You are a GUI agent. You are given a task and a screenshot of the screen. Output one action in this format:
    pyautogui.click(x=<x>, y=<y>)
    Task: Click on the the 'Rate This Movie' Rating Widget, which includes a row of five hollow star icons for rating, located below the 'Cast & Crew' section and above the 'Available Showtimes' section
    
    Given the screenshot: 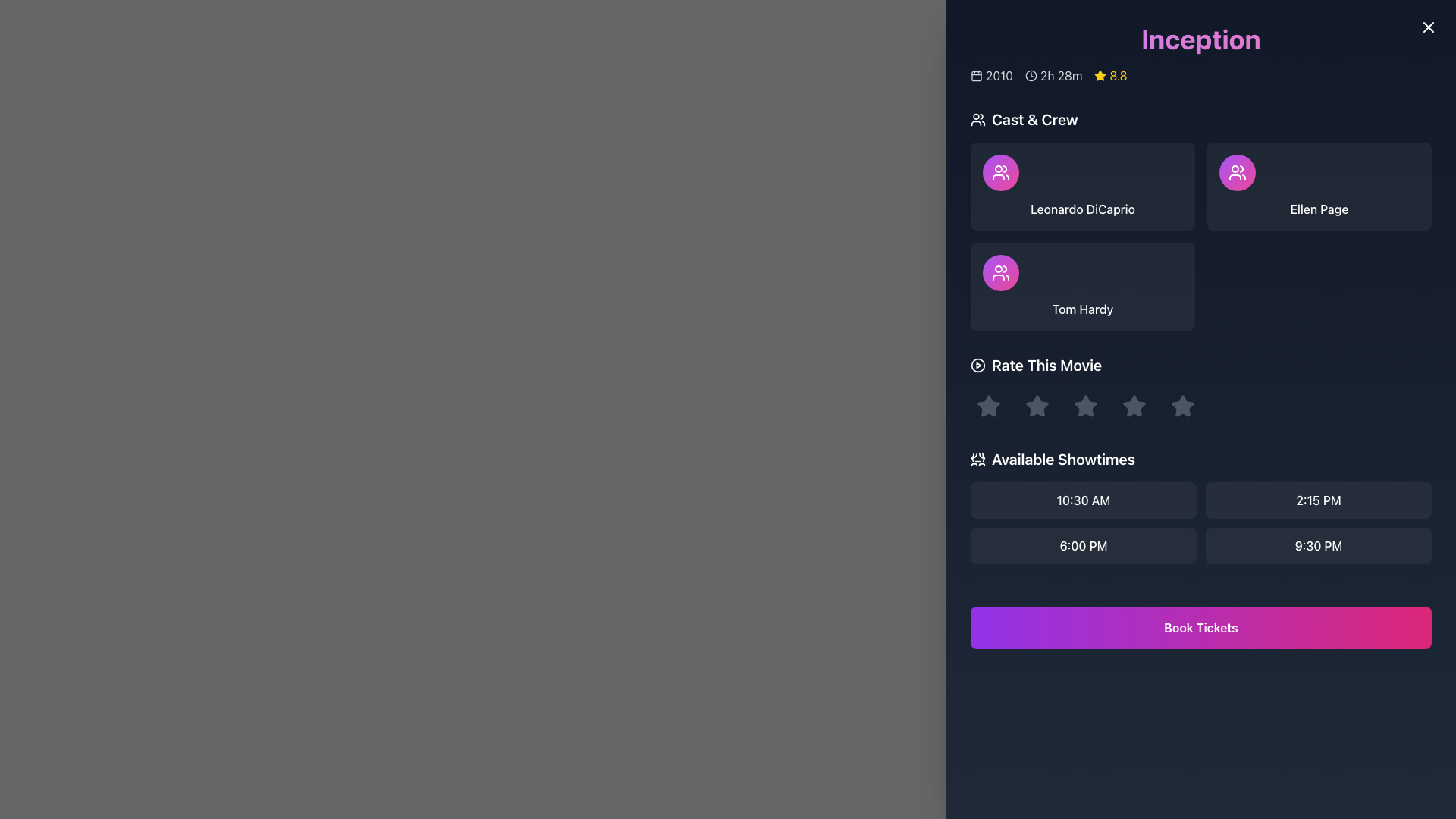 What is the action you would take?
    pyautogui.click(x=1200, y=388)
    